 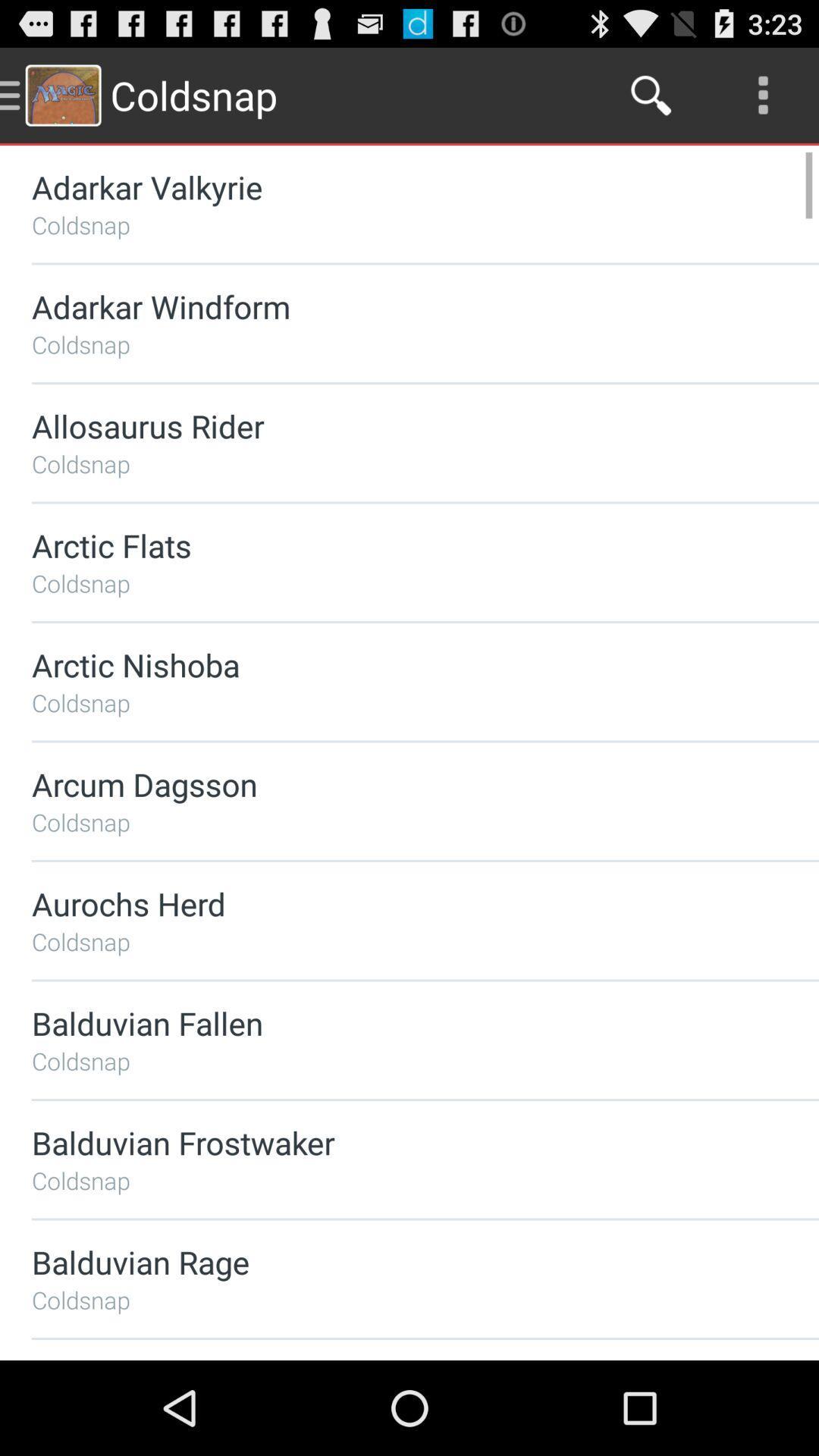 I want to click on item above the coldsnap, so click(x=384, y=784).